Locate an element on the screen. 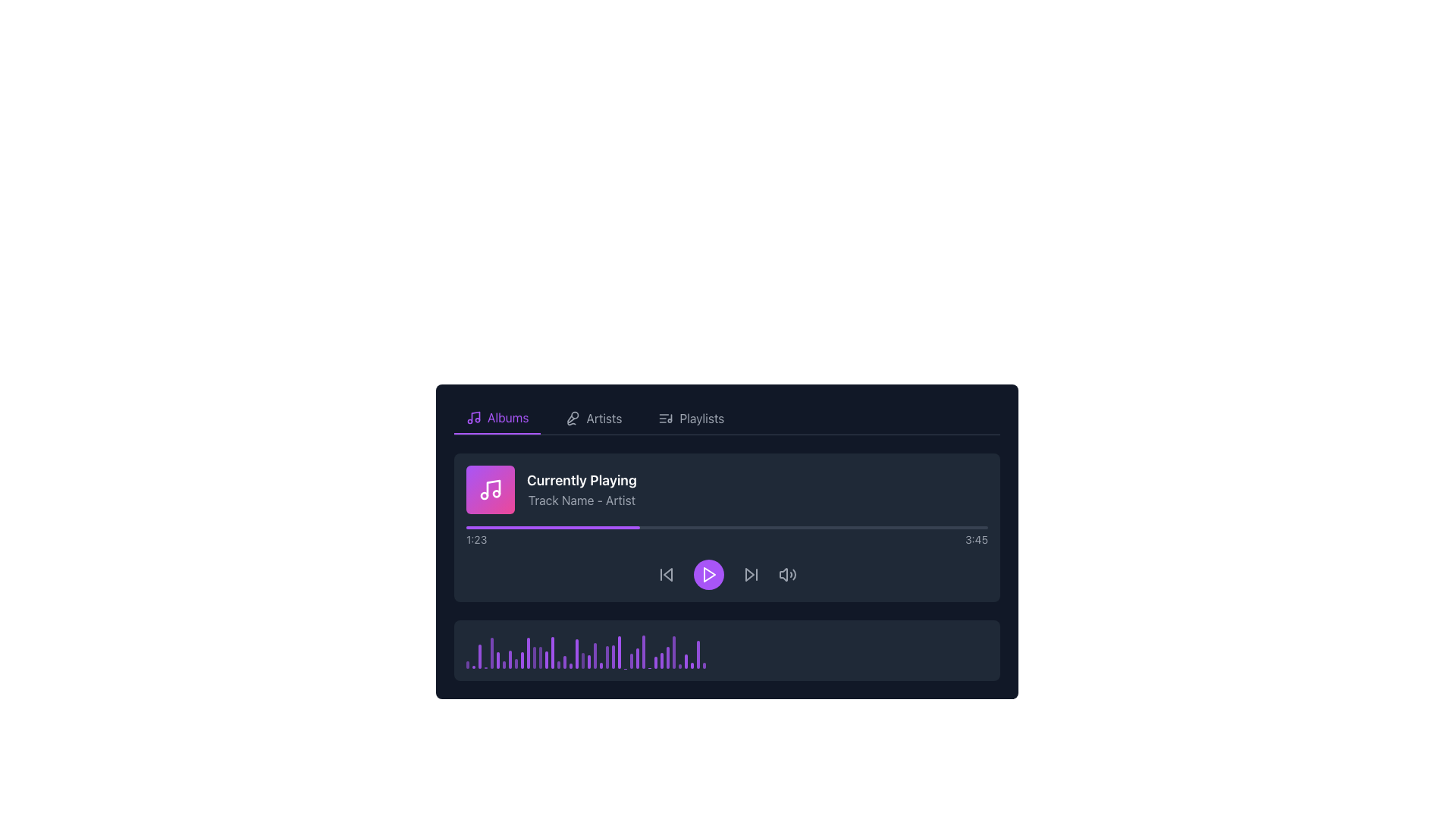  the graphical visualization component that dynamically represents the currently playing music or sound, located at the bottom of the music playback interface, below the control buttons and progress bar is located at coordinates (726, 649).